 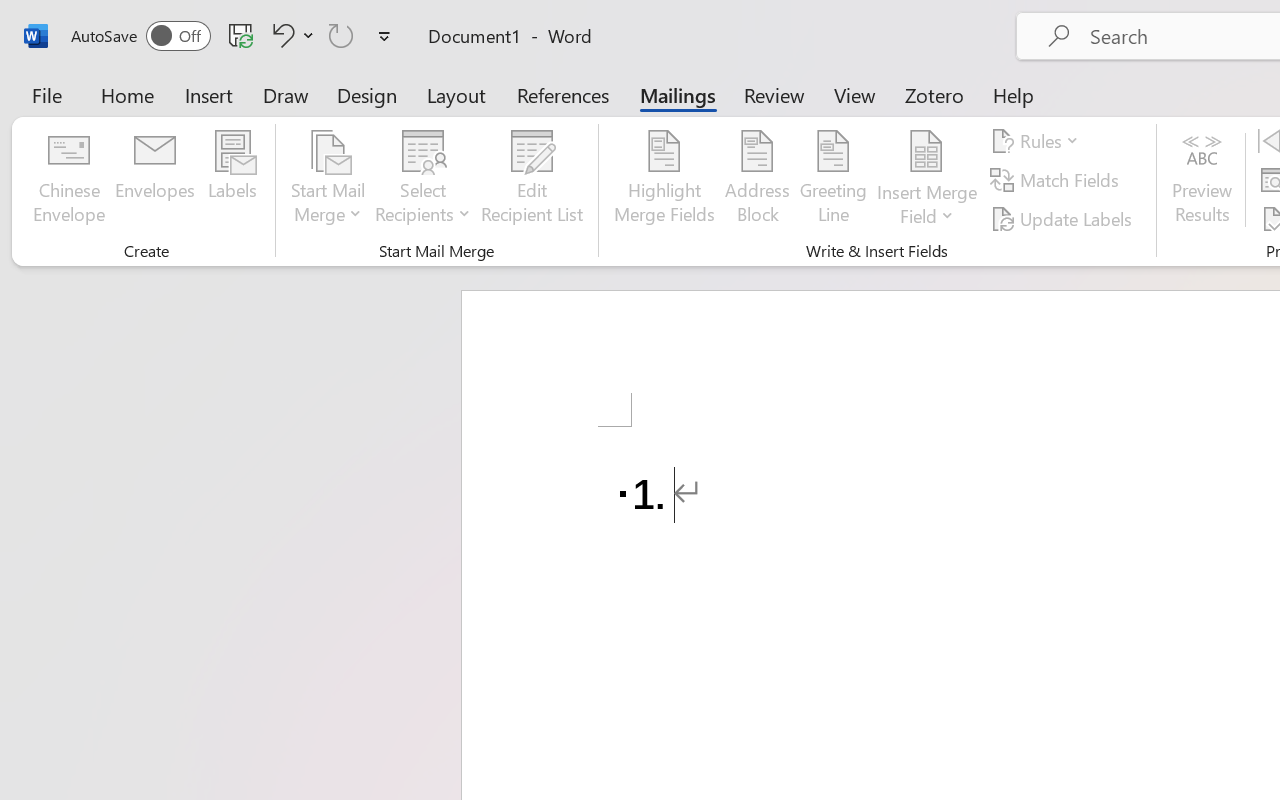 What do you see at coordinates (69, 179) in the screenshot?
I see `'Chinese Envelope...'` at bounding box center [69, 179].